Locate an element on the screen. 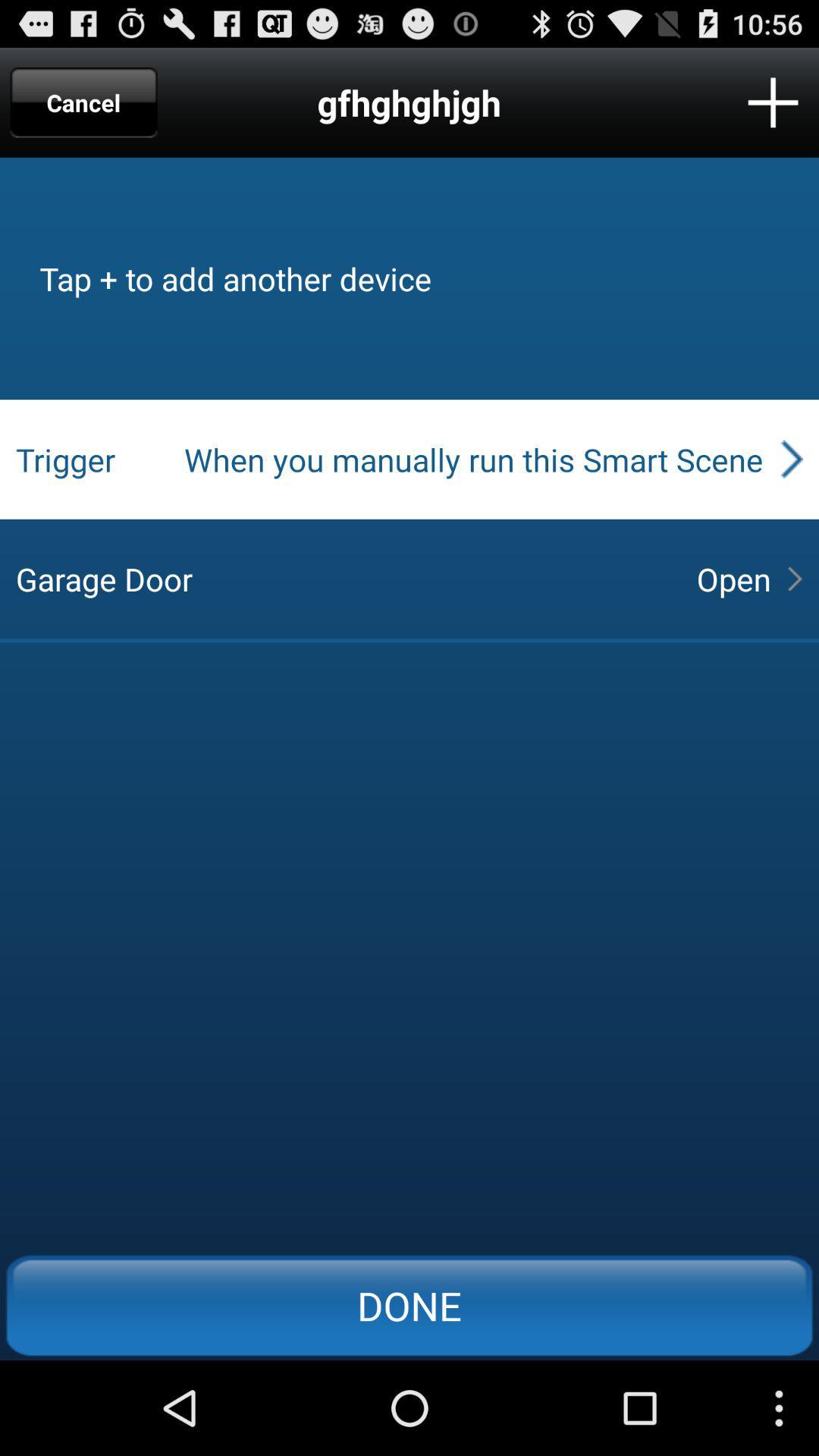  the cancel button is located at coordinates (83, 102).